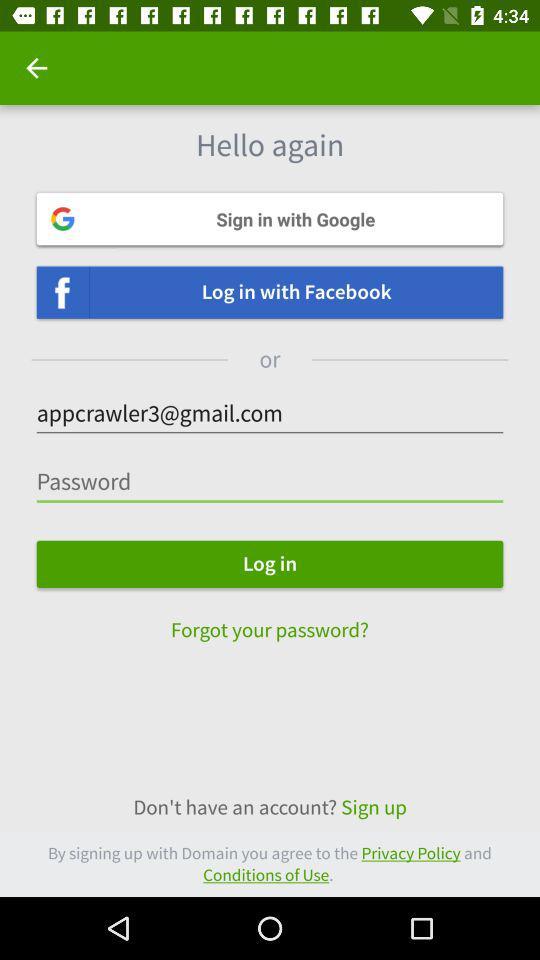 This screenshot has height=960, width=540. I want to click on the item above the hello again item, so click(36, 68).